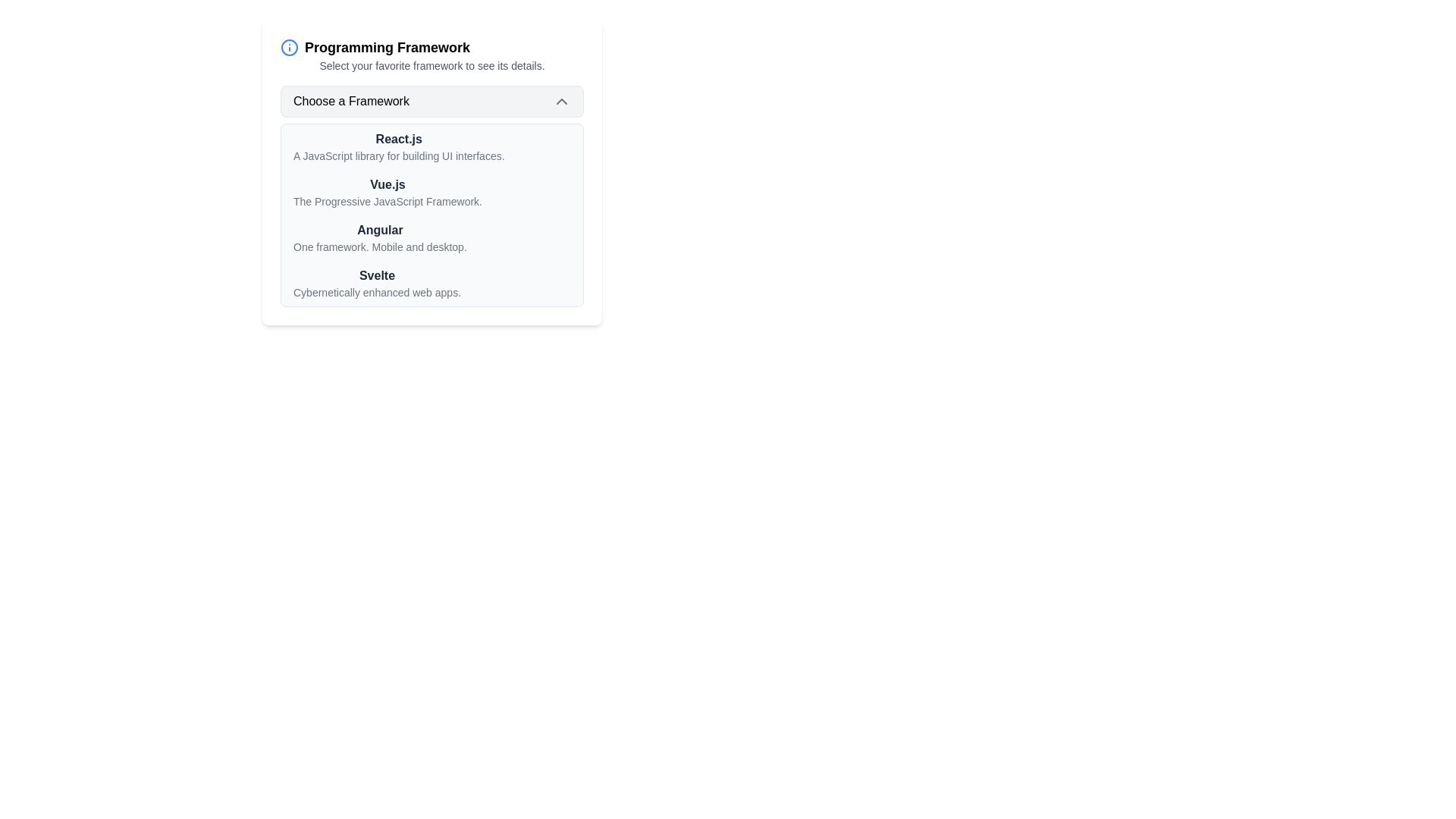 The height and width of the screenshot is (819, 1456). What do you see at coordinates (431, 102) in the screenshot?
I see `the Dropdown trigger button labeled 'Choose a Framework'` at bounding box center [431, 102].